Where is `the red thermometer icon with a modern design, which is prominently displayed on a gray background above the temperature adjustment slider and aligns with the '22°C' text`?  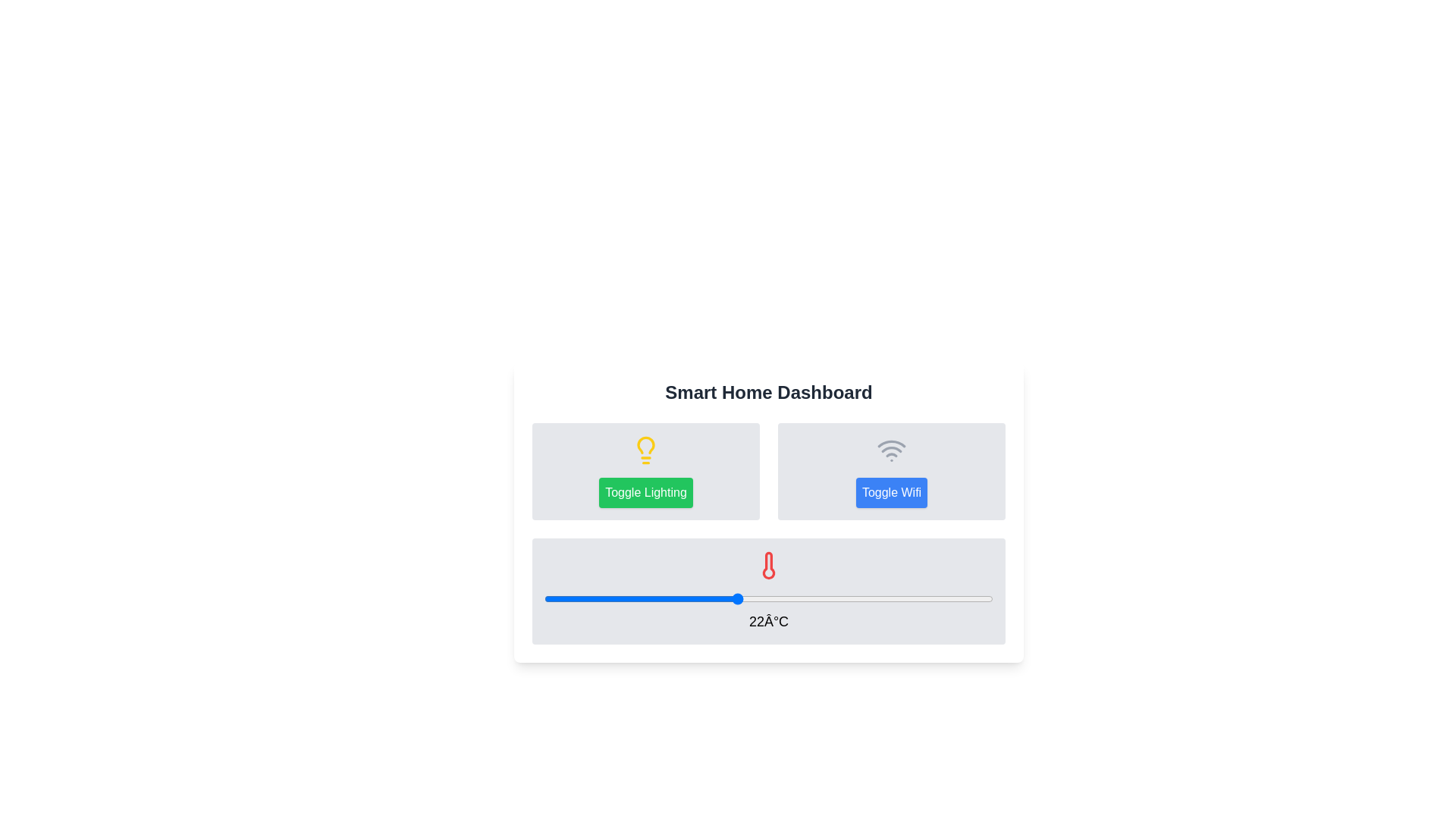
the red thermometer icon with a modern design, which is prominently displayed on a gray background above the temperature adjustment slider and aligns with the '22°C' text is located at coordinates (768, 565).